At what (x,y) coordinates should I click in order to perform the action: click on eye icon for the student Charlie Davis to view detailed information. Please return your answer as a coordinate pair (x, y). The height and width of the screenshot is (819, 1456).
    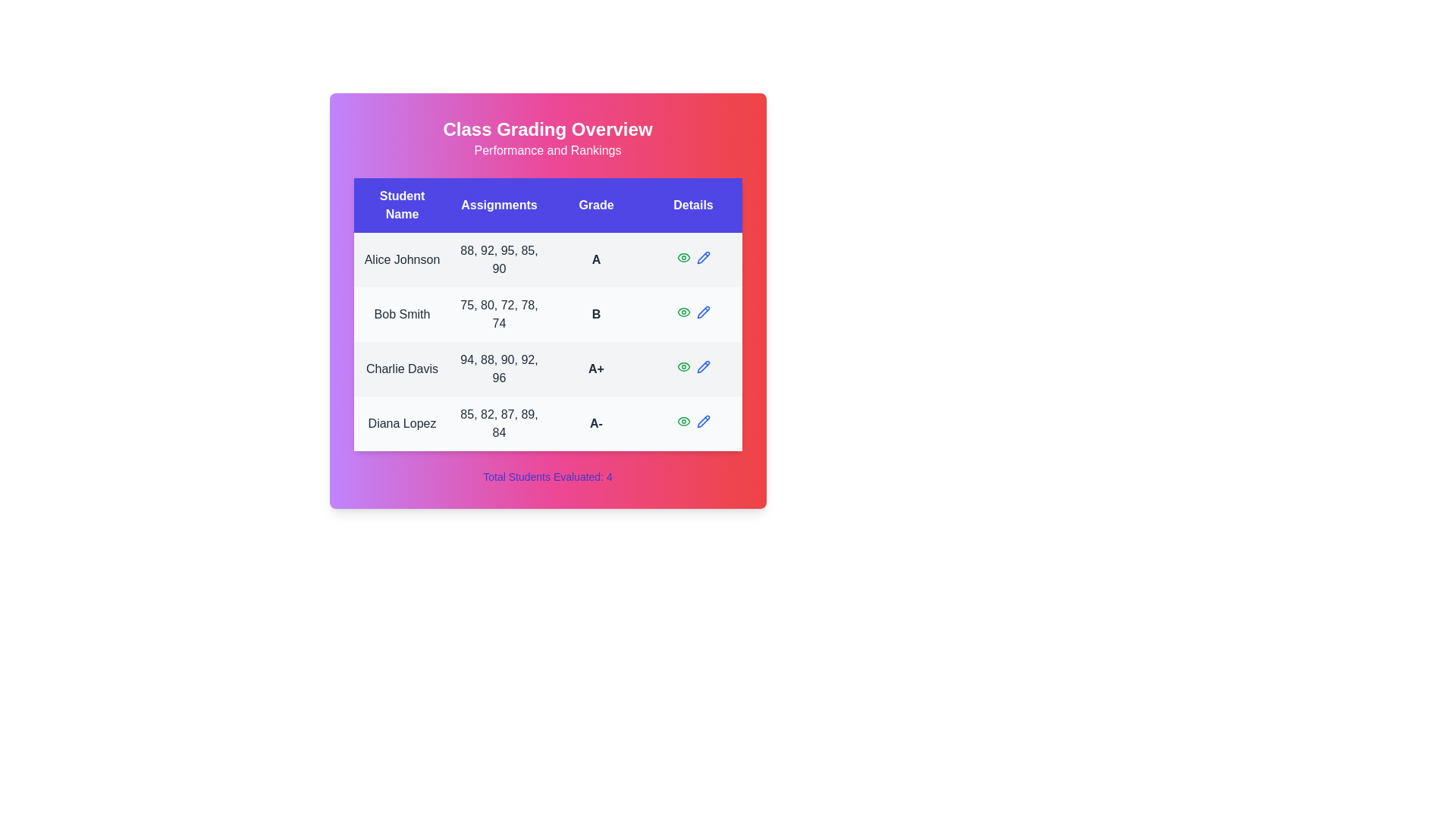
    Looking at the image, I should click on (682, 366).